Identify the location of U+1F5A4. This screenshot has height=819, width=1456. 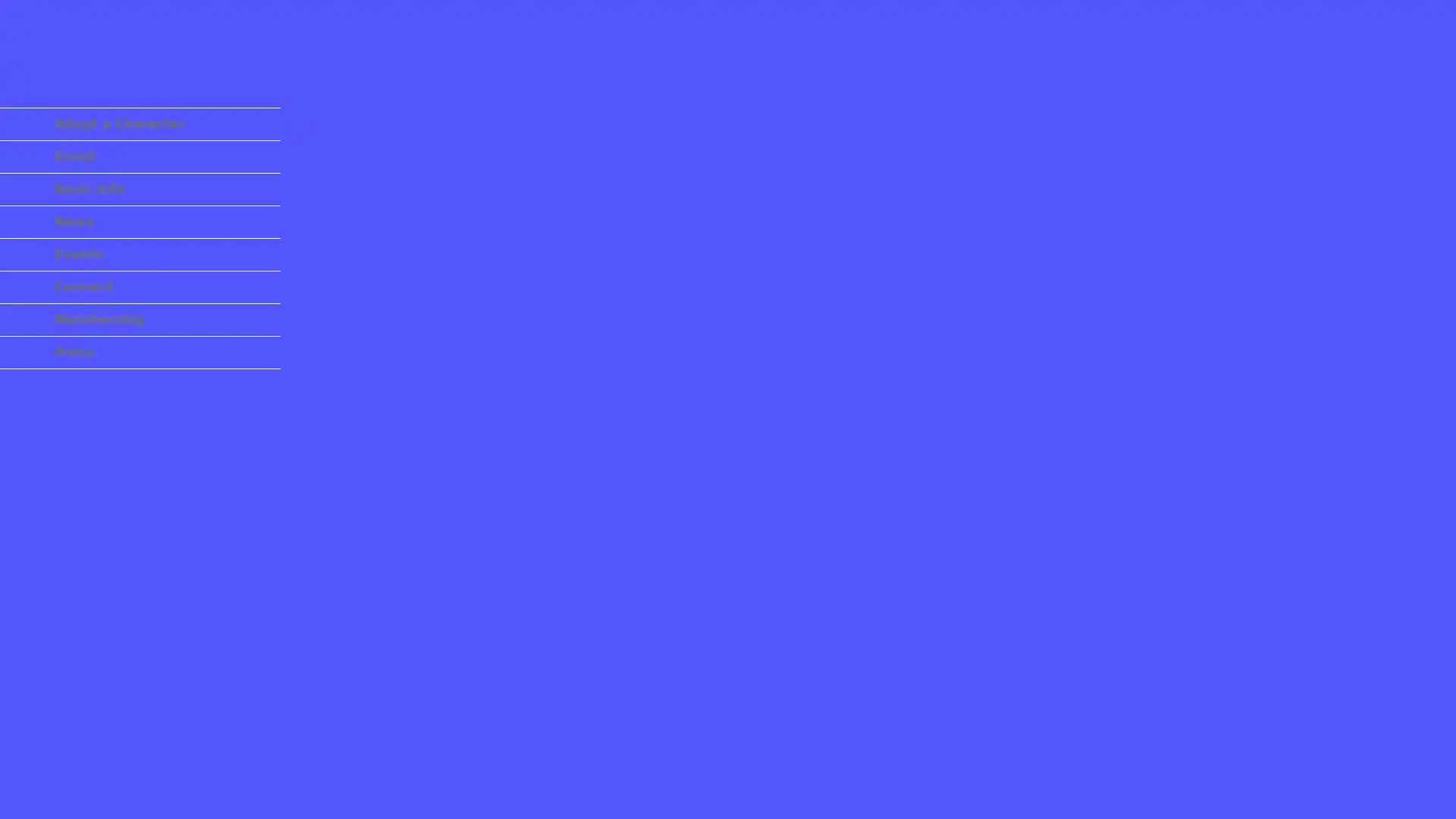
(808, 412).